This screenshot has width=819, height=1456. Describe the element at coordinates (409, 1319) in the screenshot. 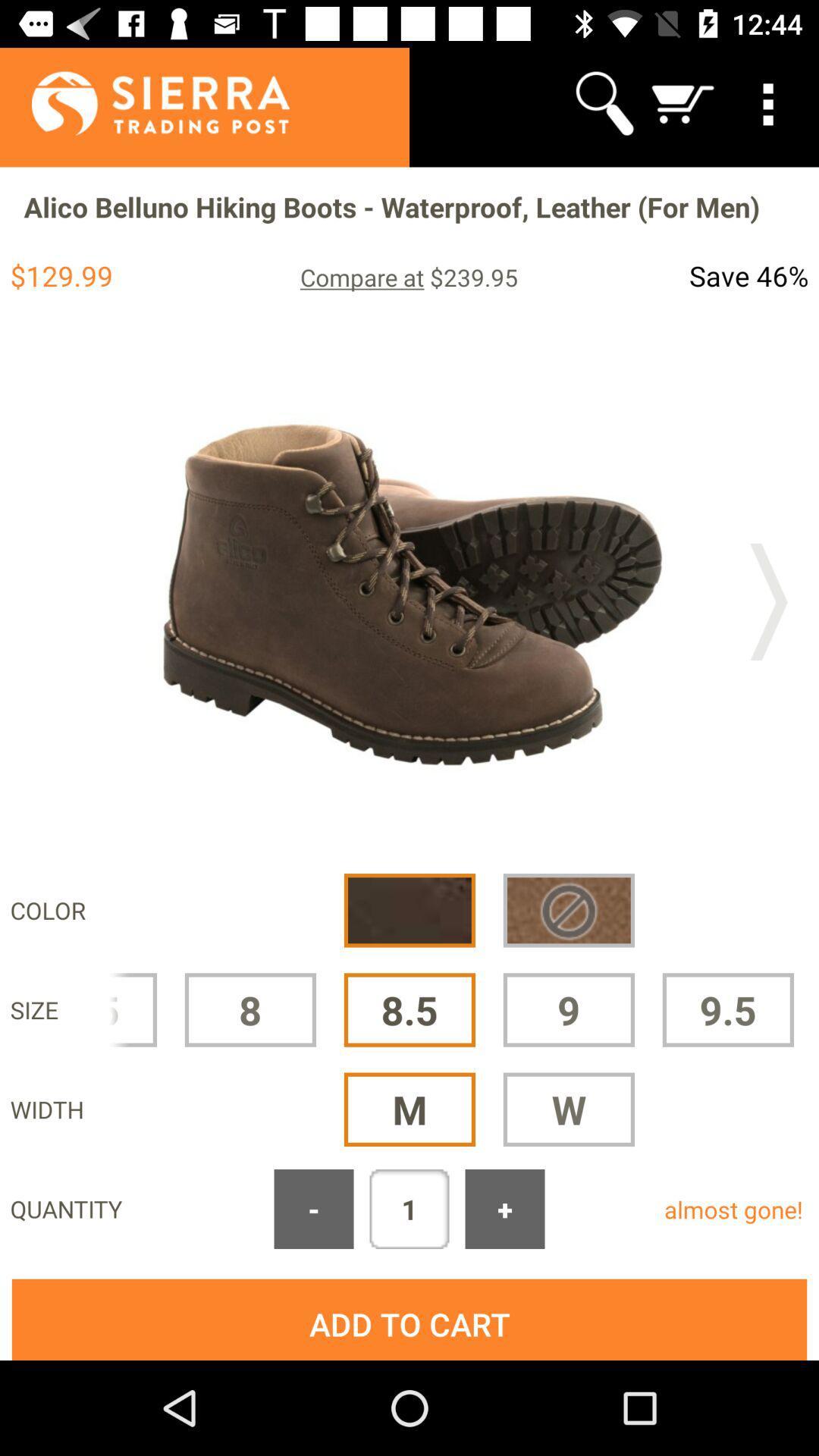

I see `the add to cart button` at that location.